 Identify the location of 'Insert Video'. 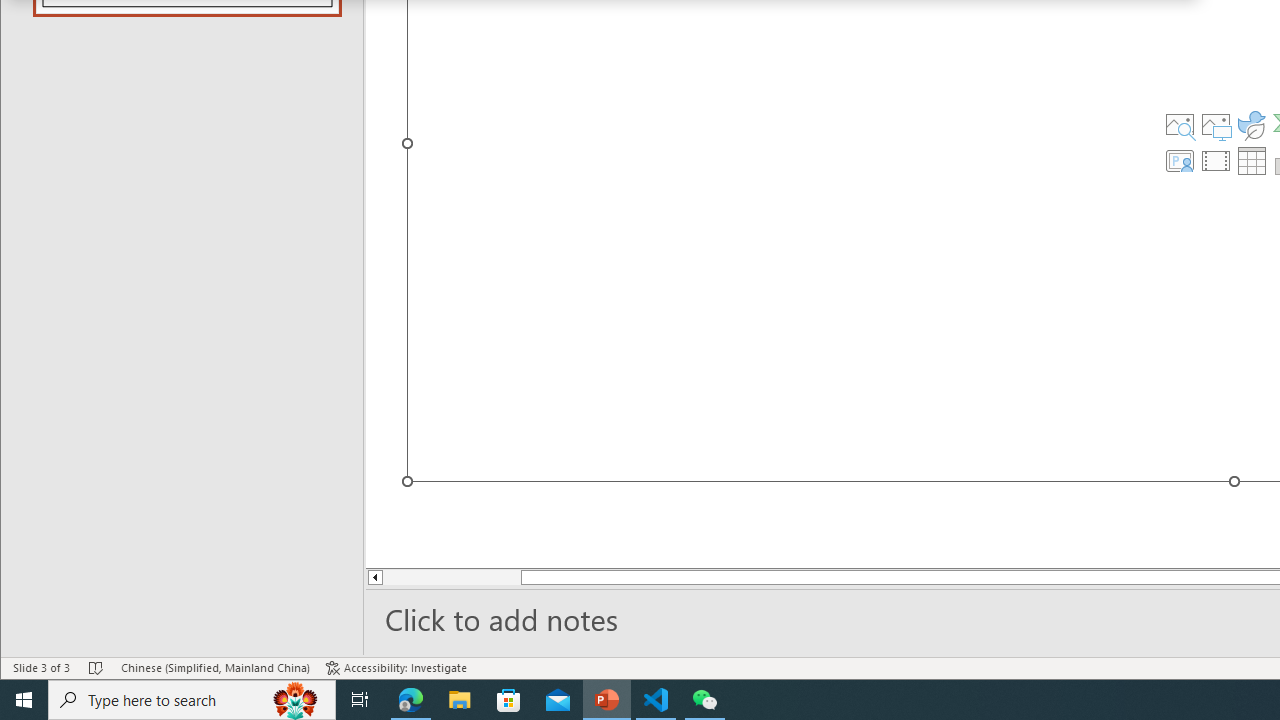
(1215, 159).